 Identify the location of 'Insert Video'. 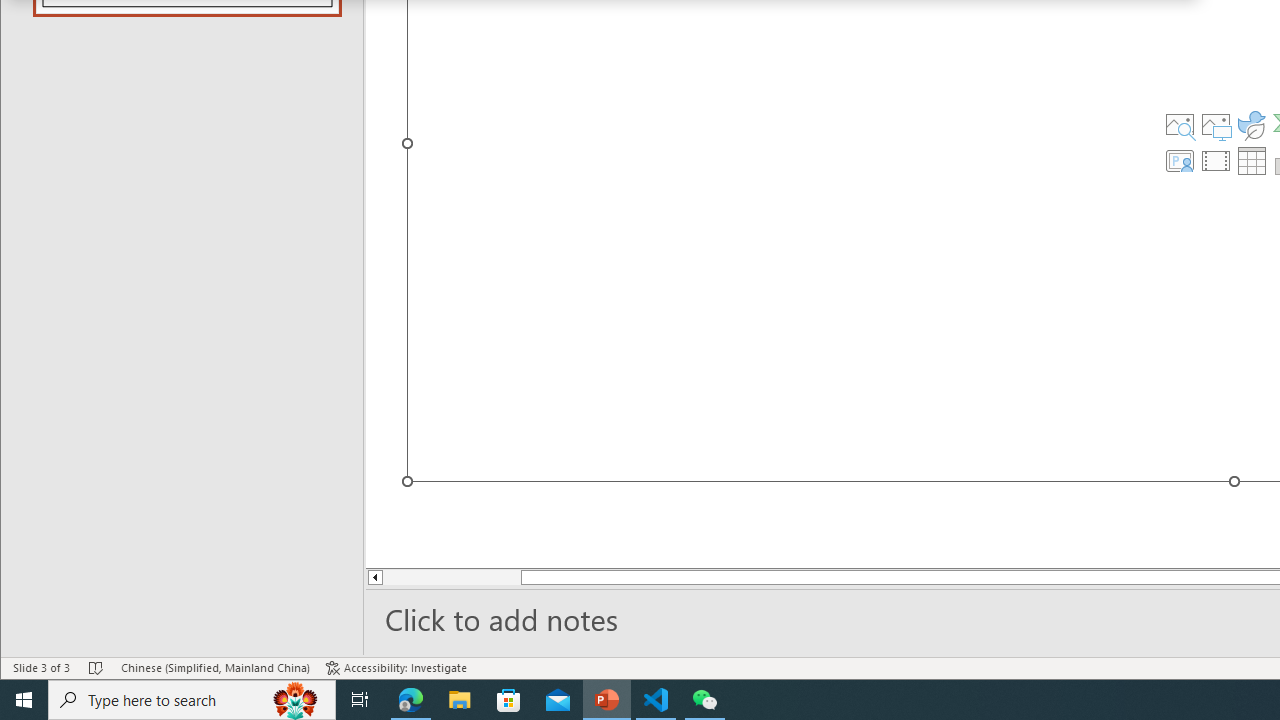
(1215, 159).